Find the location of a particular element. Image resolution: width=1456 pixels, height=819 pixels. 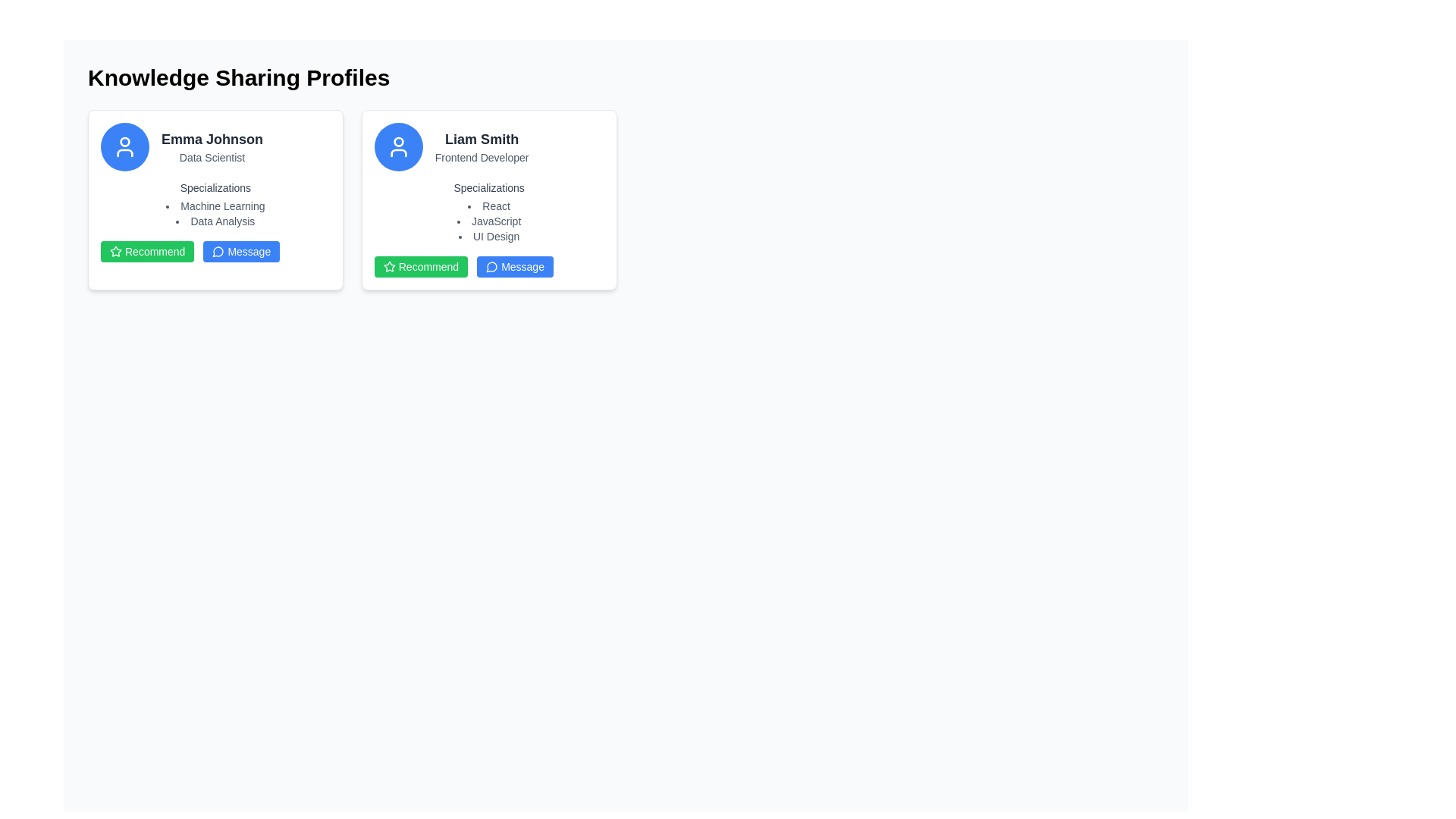

the messaging button located to the right of the green 'Recommend' button to change its background color to a darker blue is located at coordinates (240, 250).